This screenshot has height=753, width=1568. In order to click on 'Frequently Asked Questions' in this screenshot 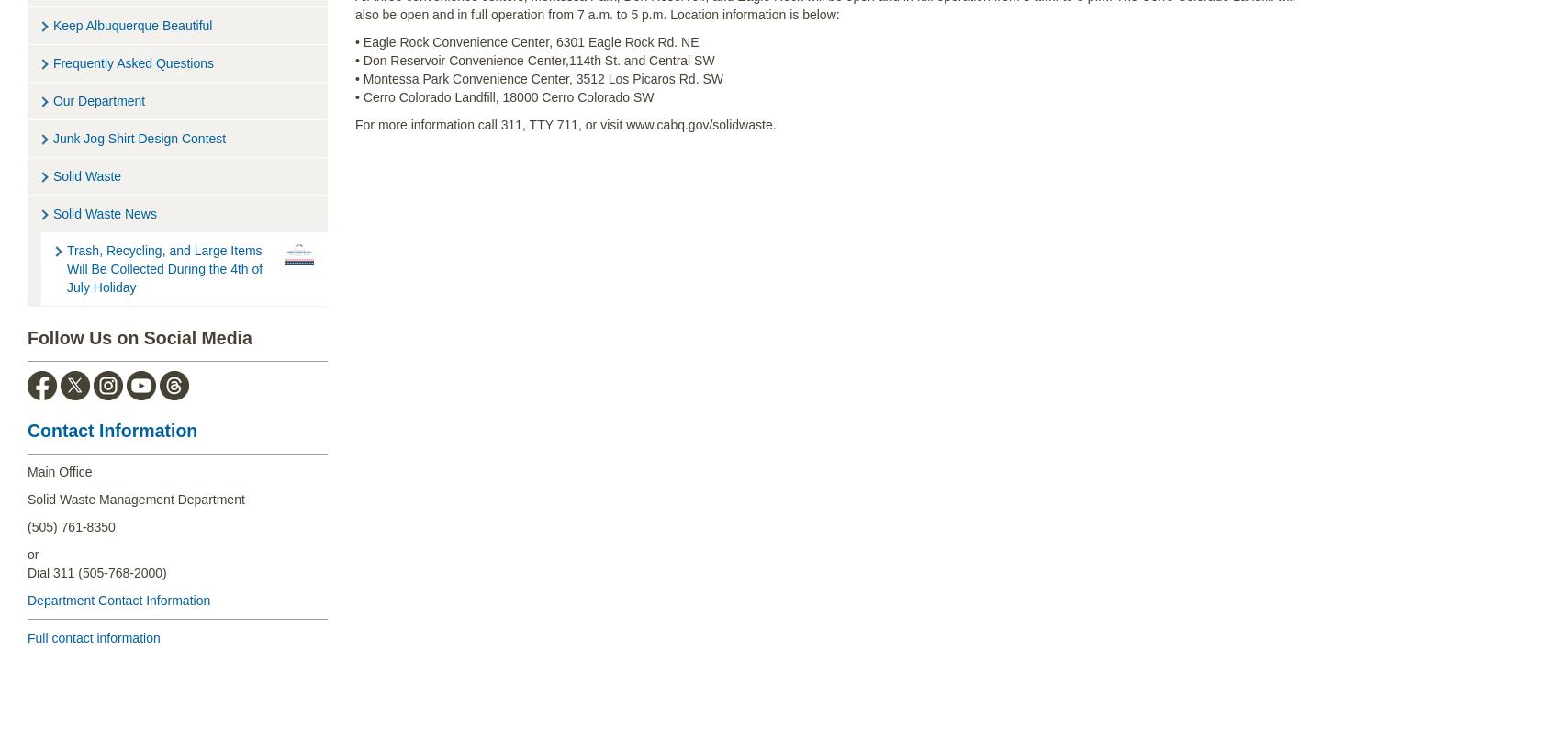, I will do `click(131, 62)`.